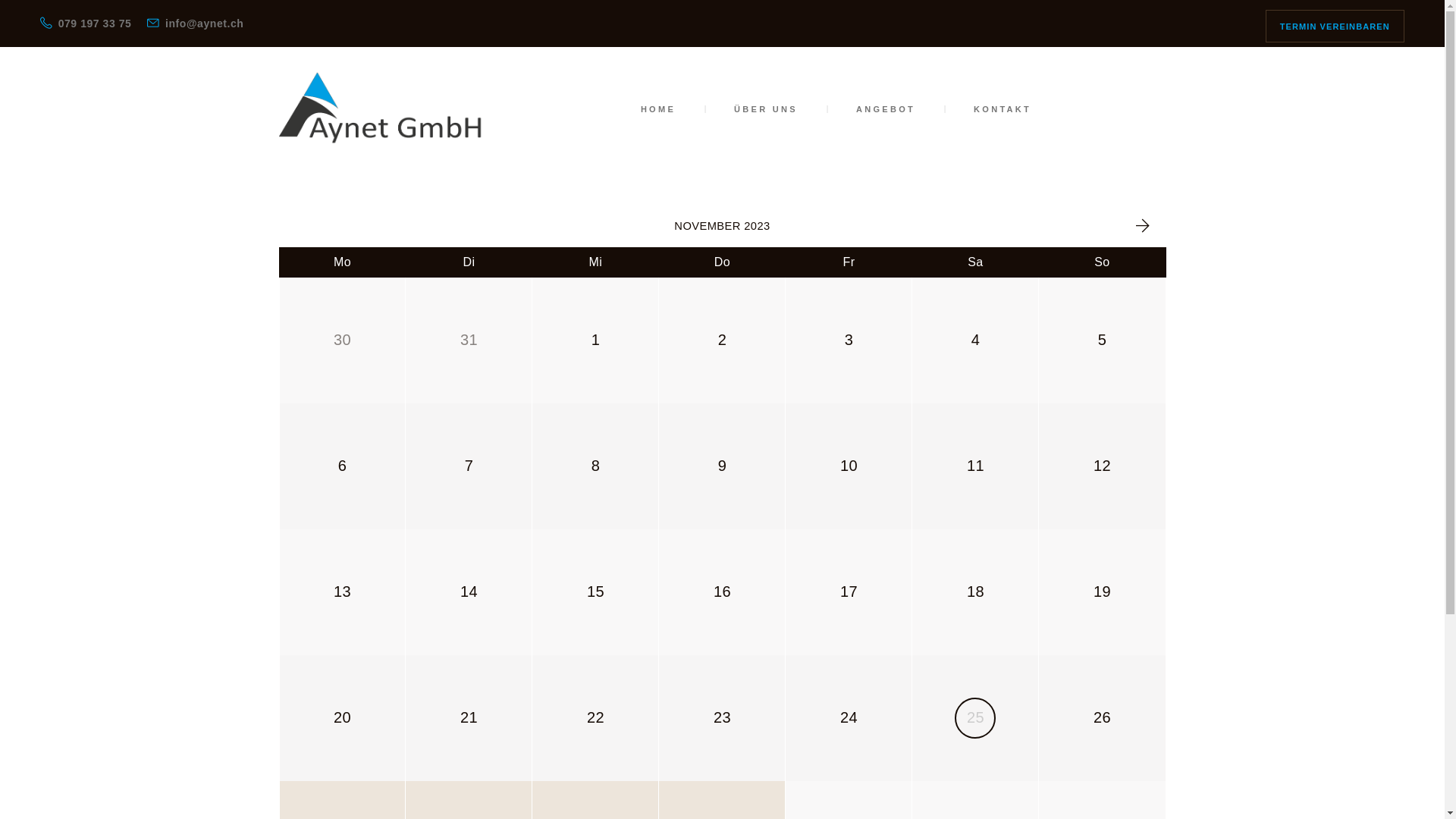 Image resolution: width=1456 pixels, height=819 pixels. What do you see at coordinates (194, 23) in the screenshot?
I see `'info@aynet.ch'` at bounding box center [194, 23].